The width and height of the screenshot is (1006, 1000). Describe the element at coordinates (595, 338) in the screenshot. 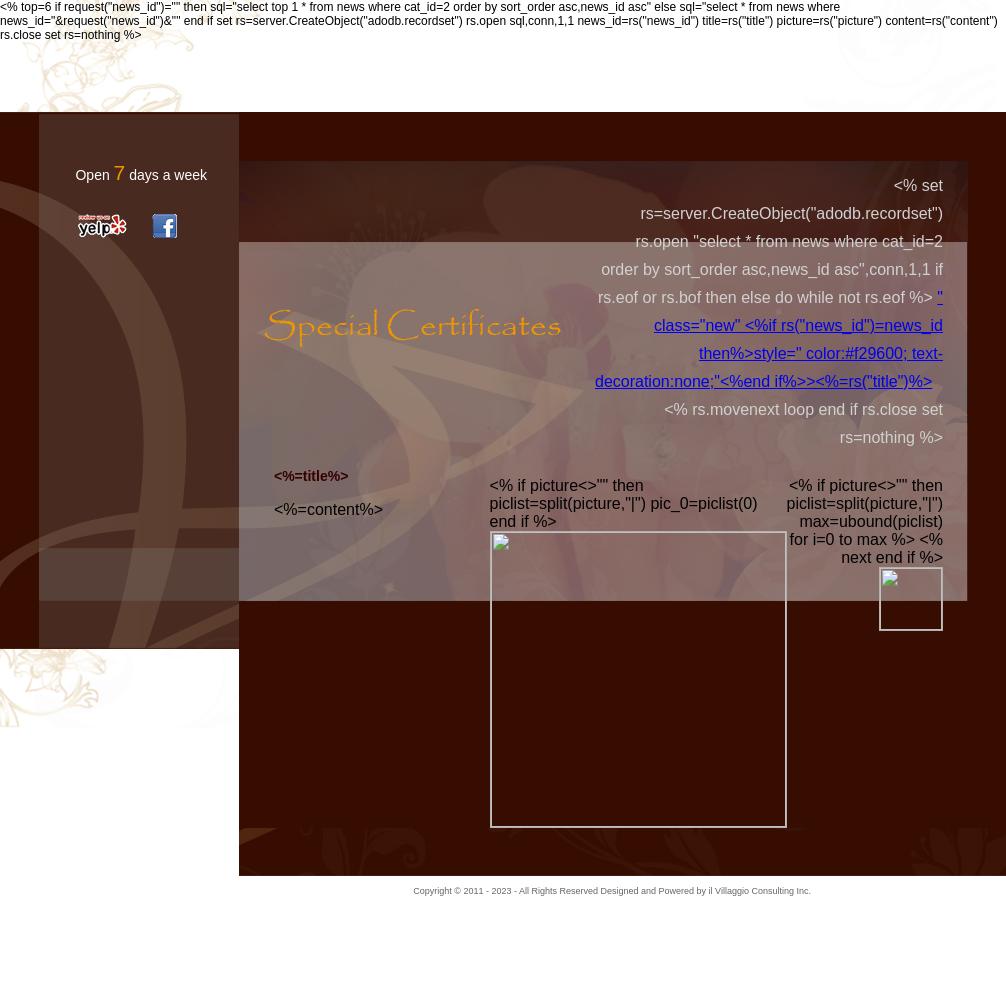

I see `'" class="new" <%if rs("news_id")=news_id then%>style=" color:#f29600; text-decoration:none;"<%end if%>><%=rs("title")%>'` at that location.